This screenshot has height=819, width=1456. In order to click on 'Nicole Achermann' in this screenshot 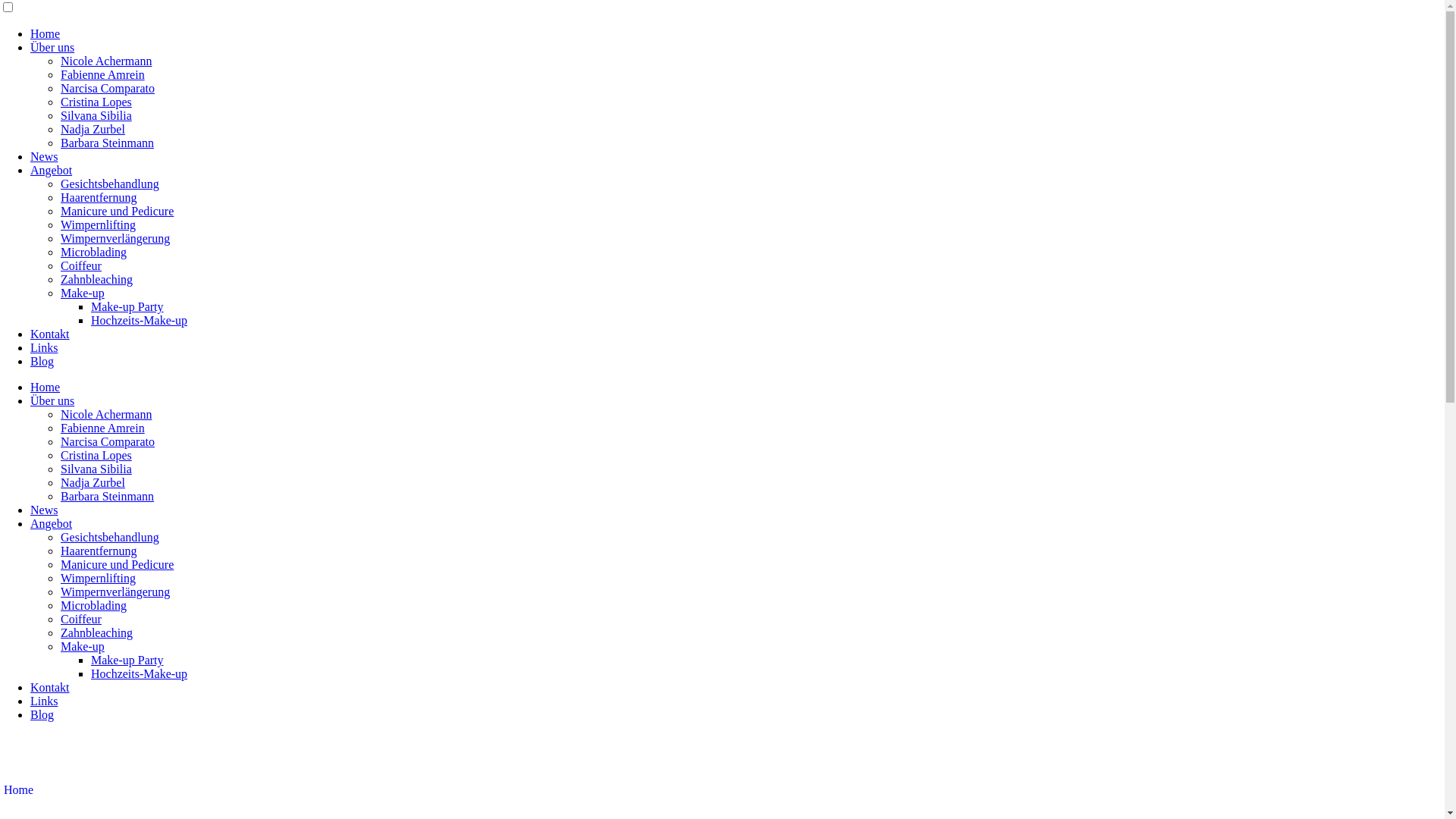, I will do `click(105, 60)`.